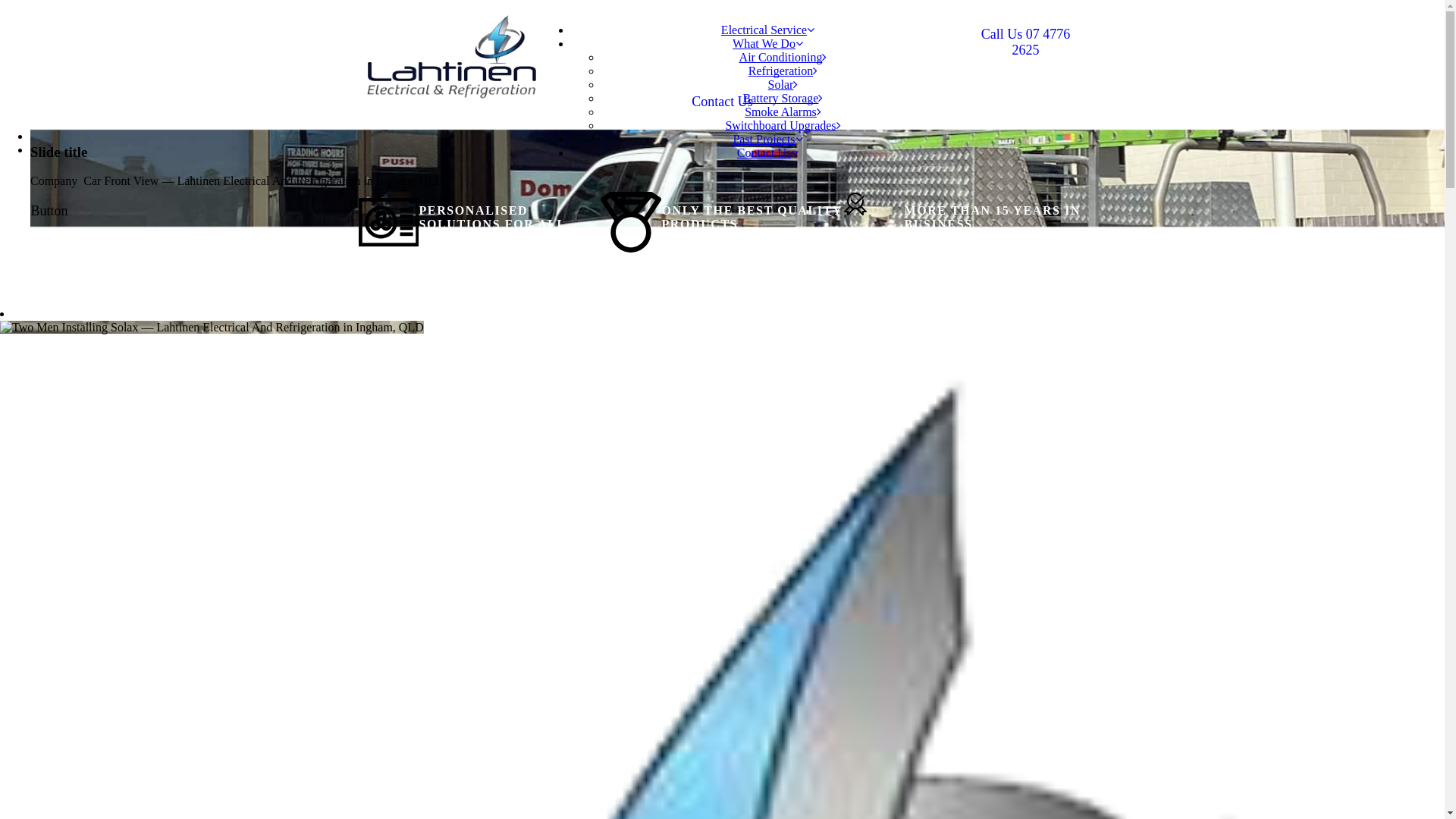 The height and width of the screenshot is (819, 1456). What do you see at coordinates (736, 152) in the screenshot?
I see `'Contact Us'` at bounding box center [736, 152].